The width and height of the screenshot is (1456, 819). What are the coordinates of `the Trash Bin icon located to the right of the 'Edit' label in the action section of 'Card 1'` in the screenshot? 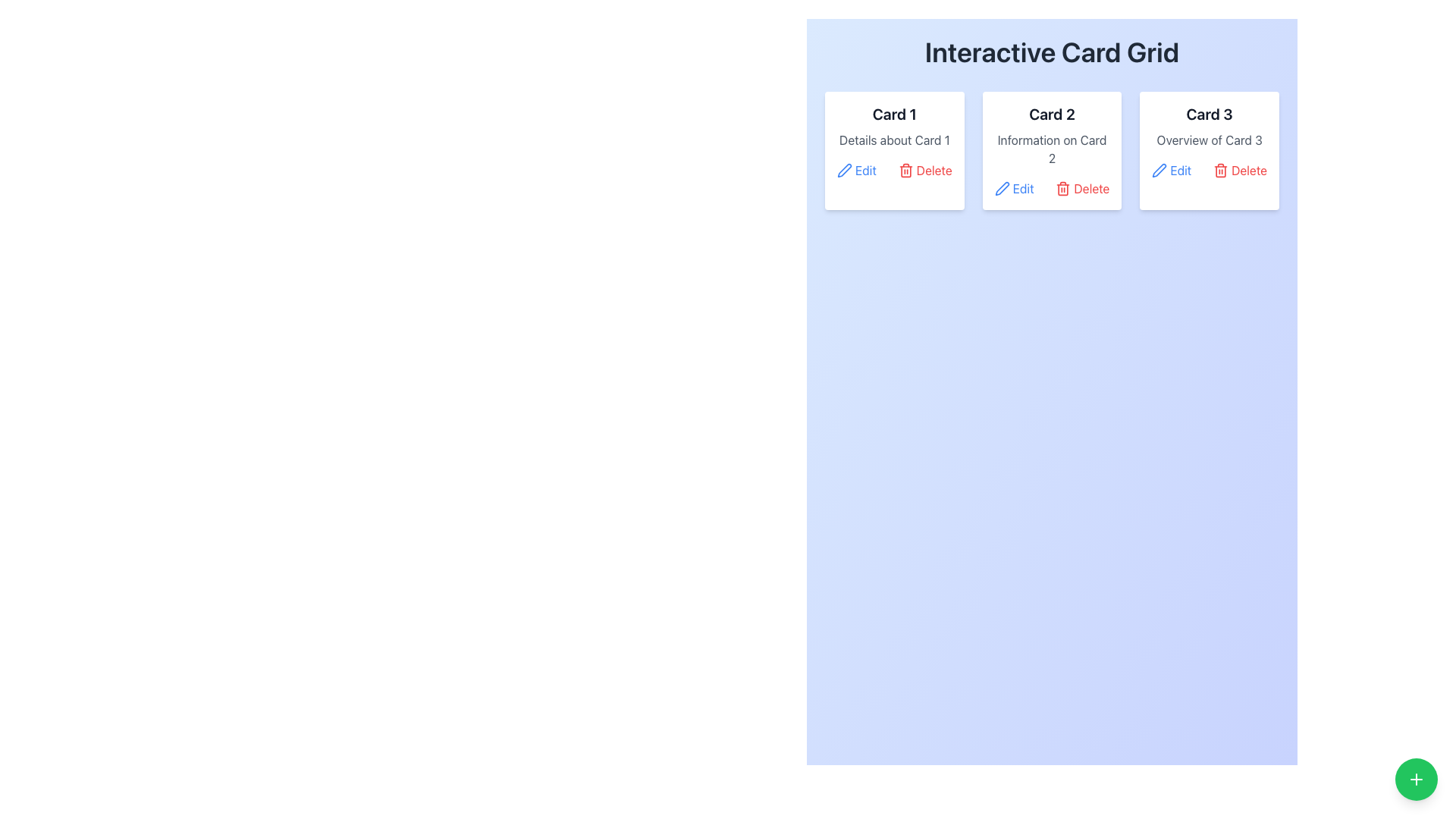 It's located at (905, 170).